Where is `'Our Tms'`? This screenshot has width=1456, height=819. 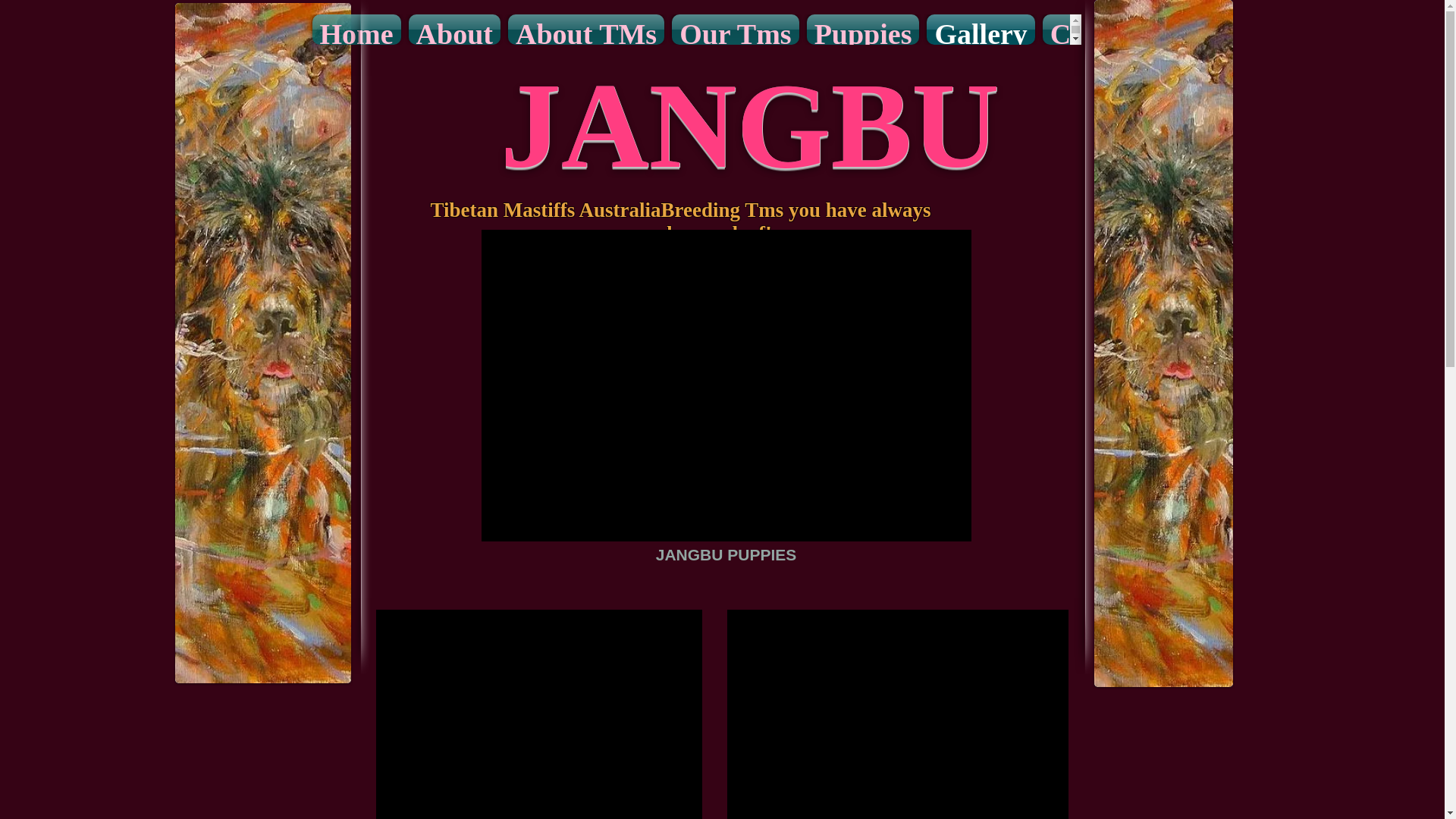
'Our Tms' is located at coordinates (735, 29).